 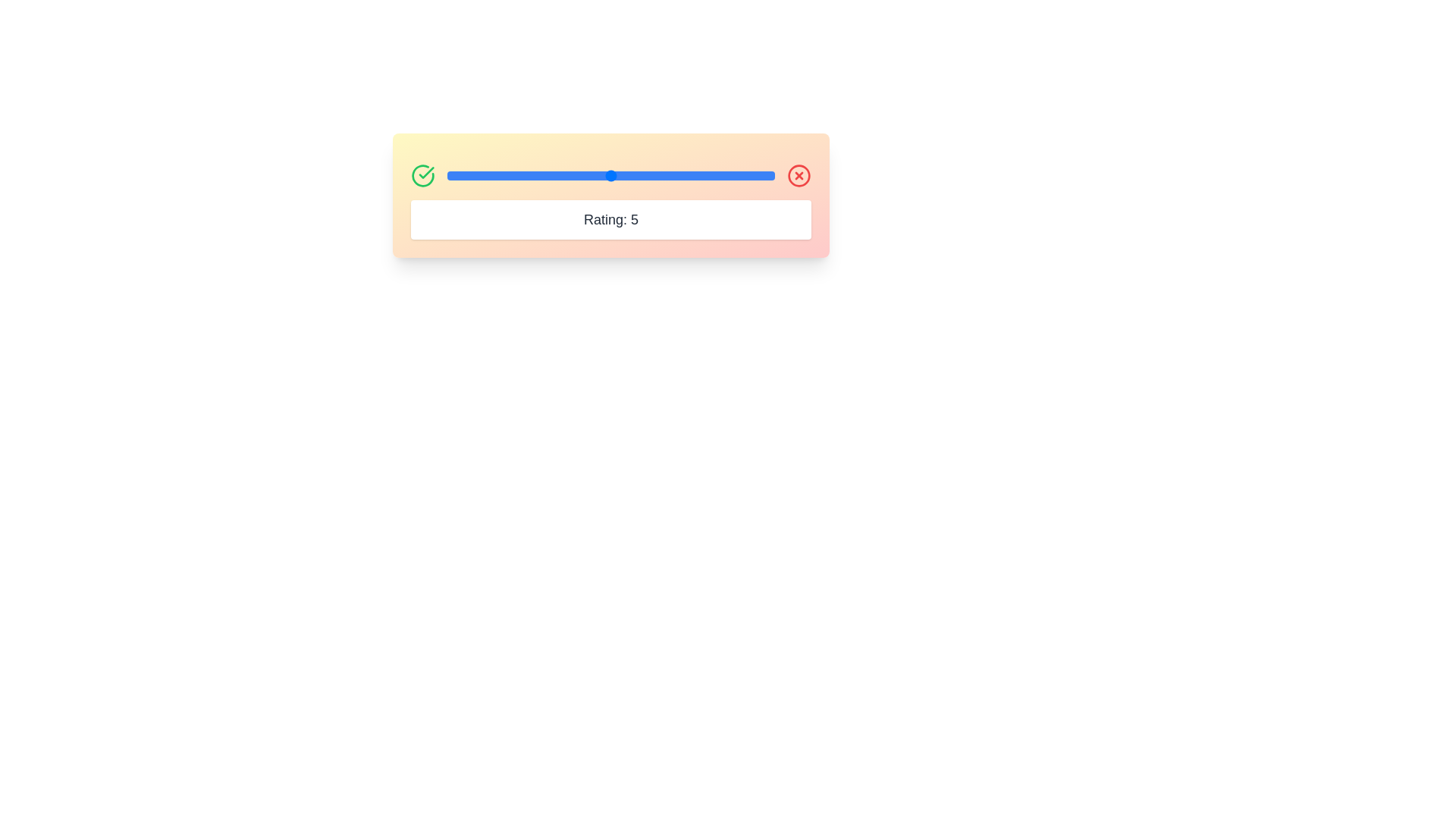 What do you see at coordinates (479, 174) in the screenshot?
I see `the slider value` at bounding box center [479, 174].